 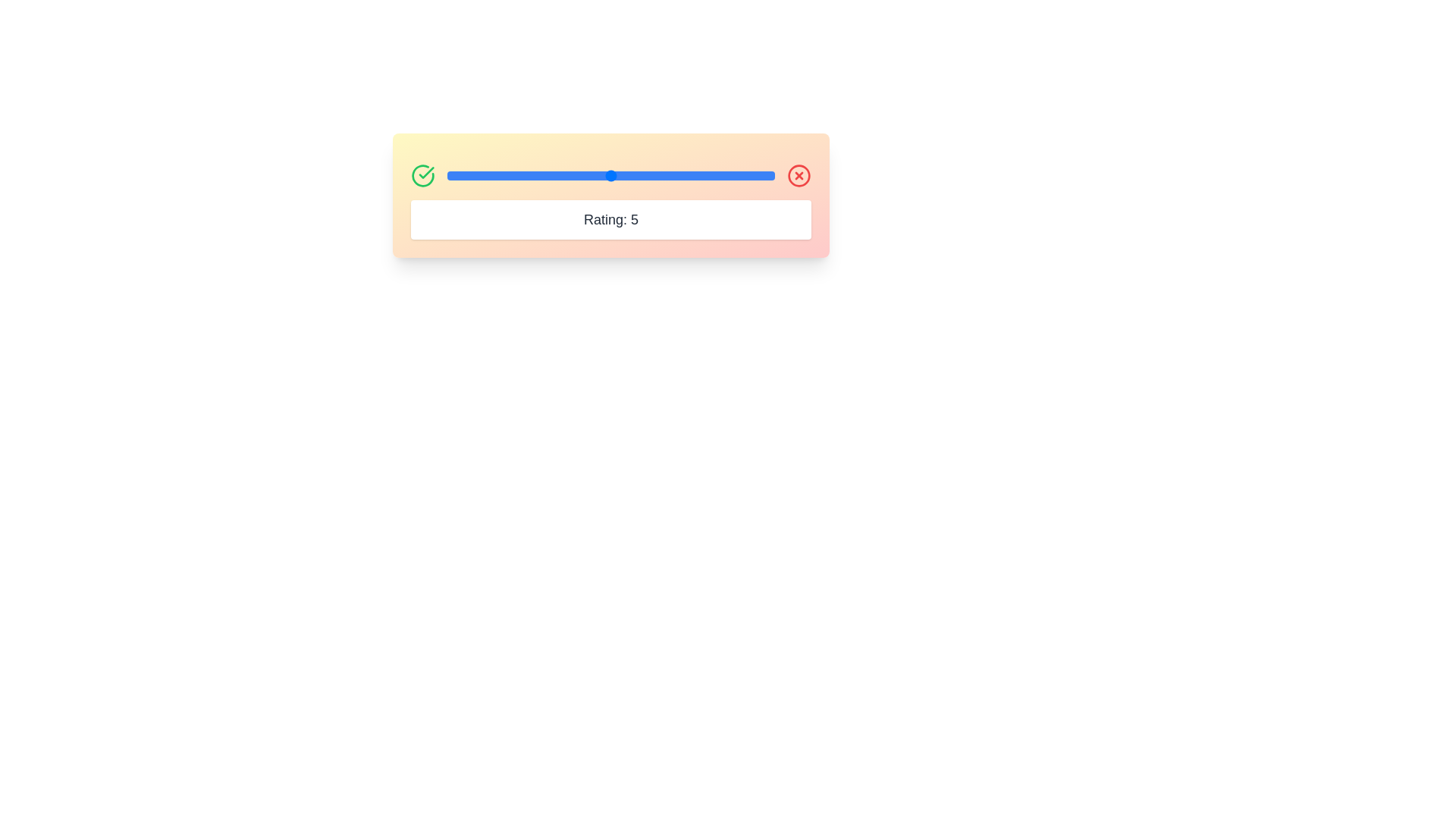 What do you see at coordinates (479, 174) in the screenshot?
I see `the slider value` at bounding box center [479, 174].